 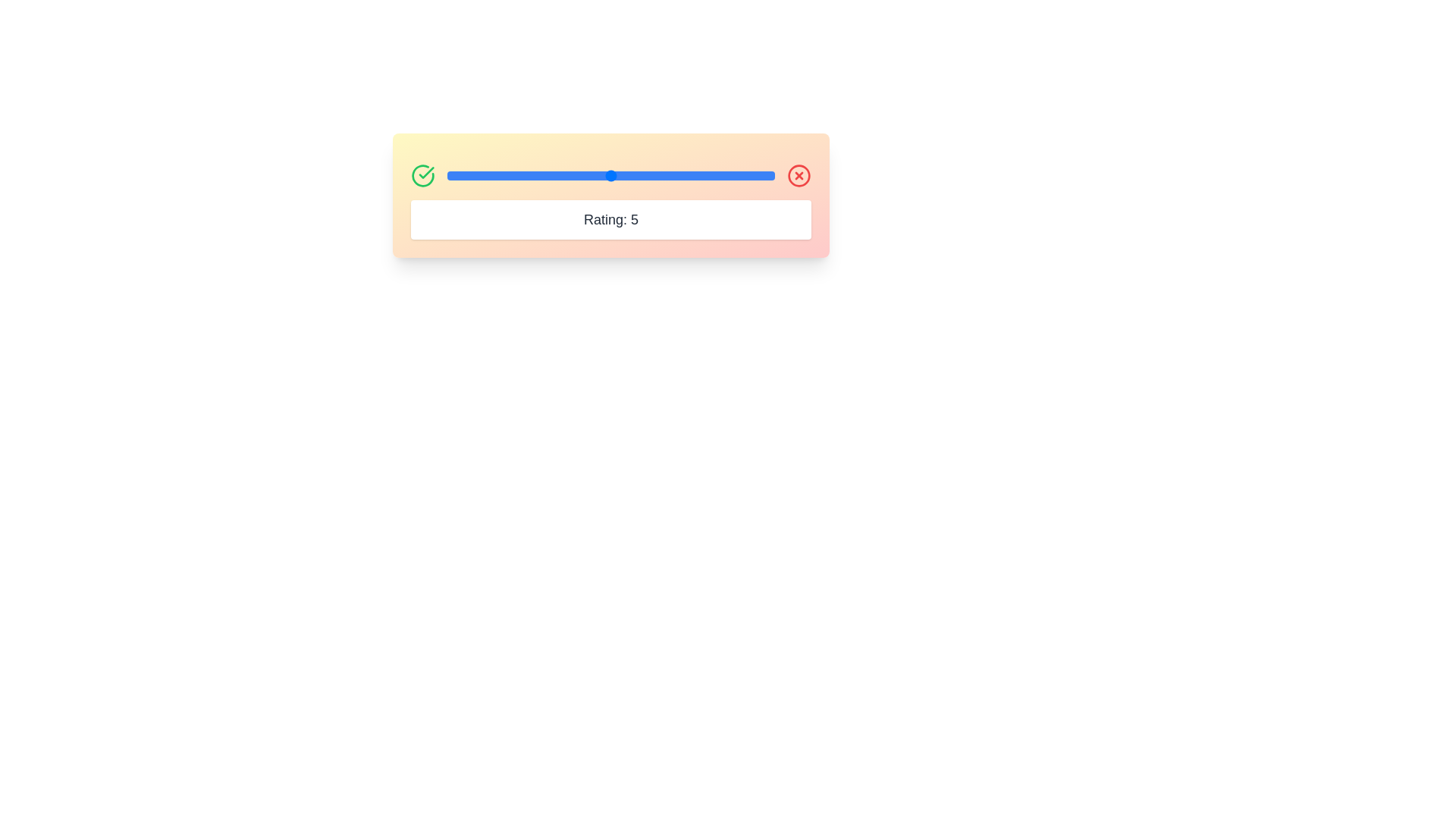 What do you see at coordinates (479, 174) in the screenshot?
I see `the slider value` at bounding box center [479, 174].